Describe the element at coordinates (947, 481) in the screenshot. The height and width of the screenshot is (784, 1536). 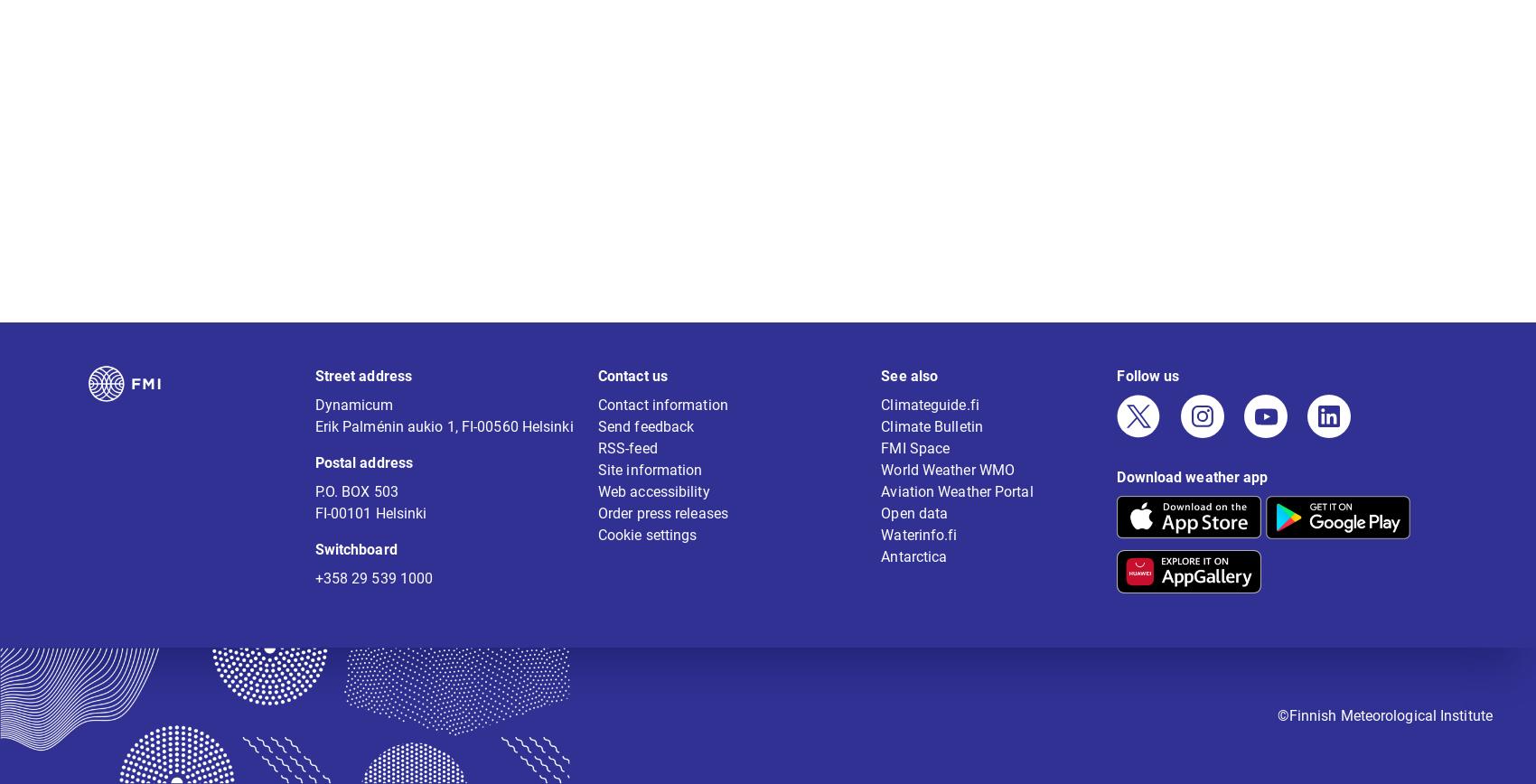
I see `'World Weather WMO'` at that location.